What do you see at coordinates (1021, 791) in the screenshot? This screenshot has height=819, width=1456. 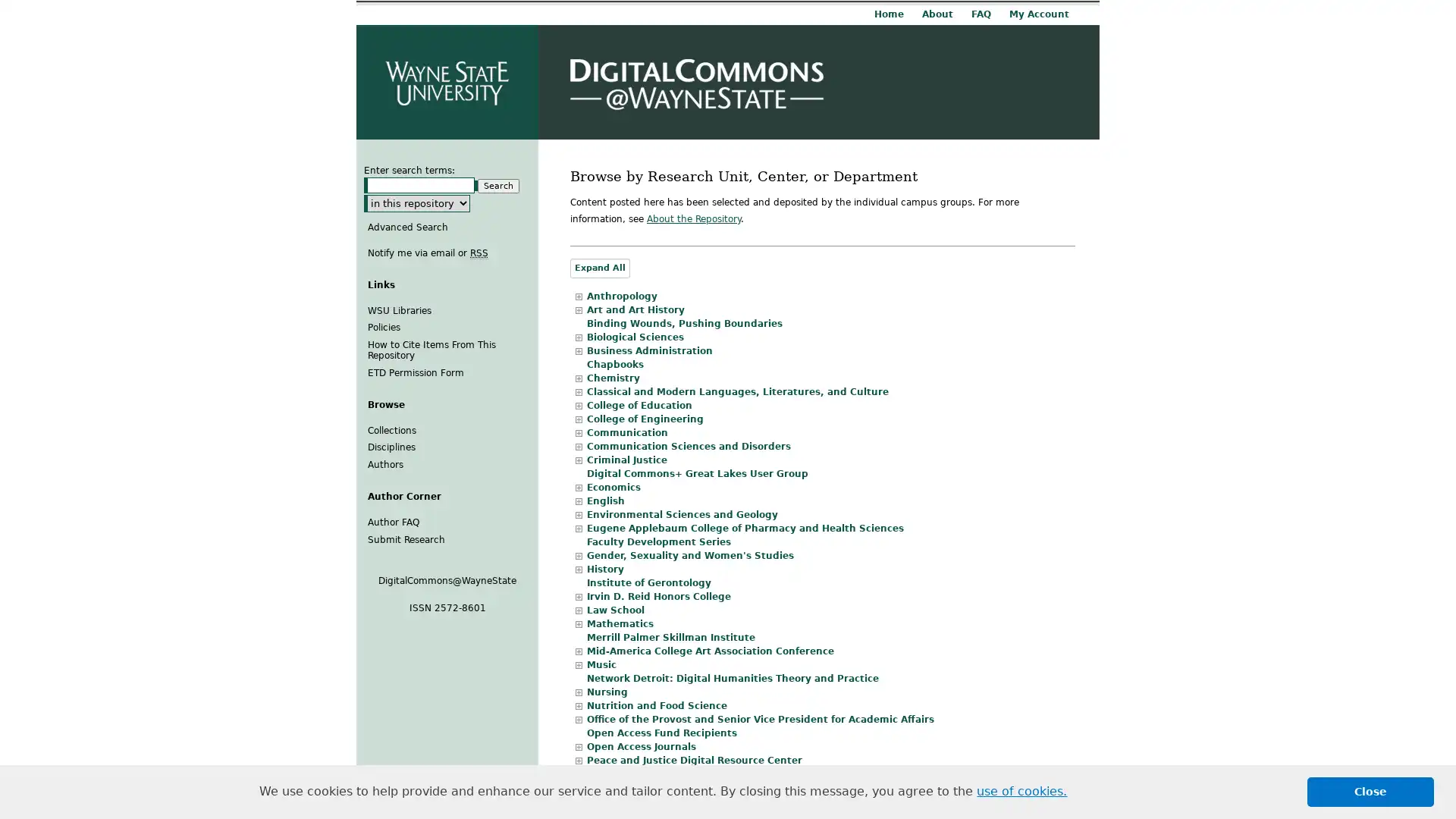 I see `learn more about cookies` at bounding box center [1021, 791].